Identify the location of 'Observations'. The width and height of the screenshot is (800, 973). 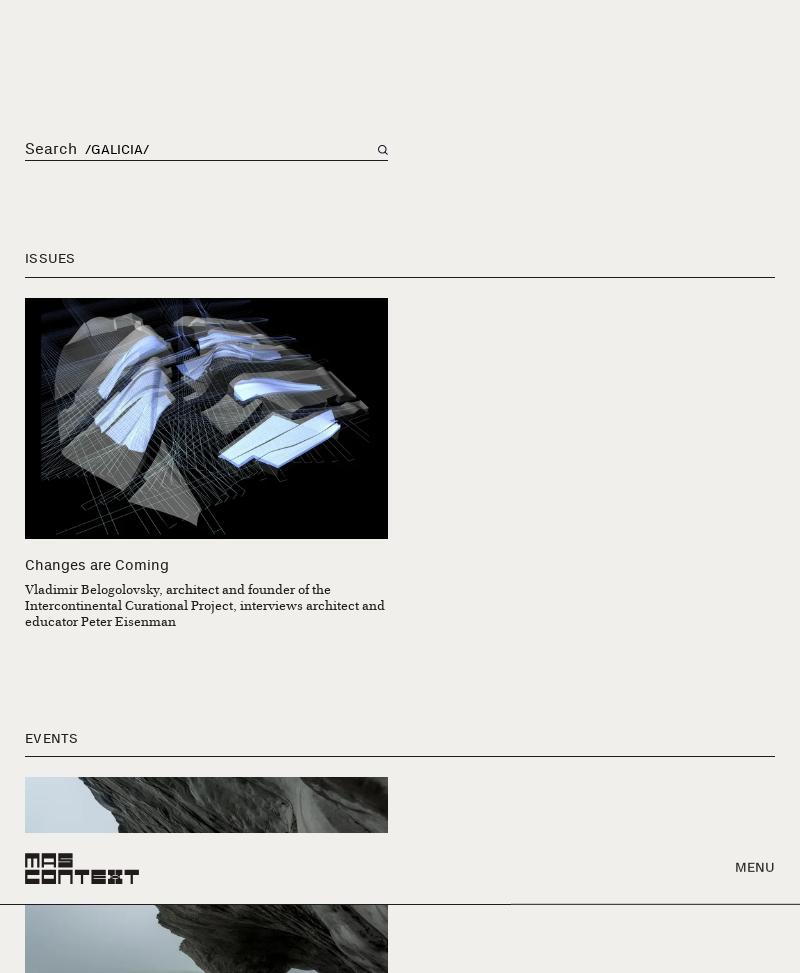
(77, 329).